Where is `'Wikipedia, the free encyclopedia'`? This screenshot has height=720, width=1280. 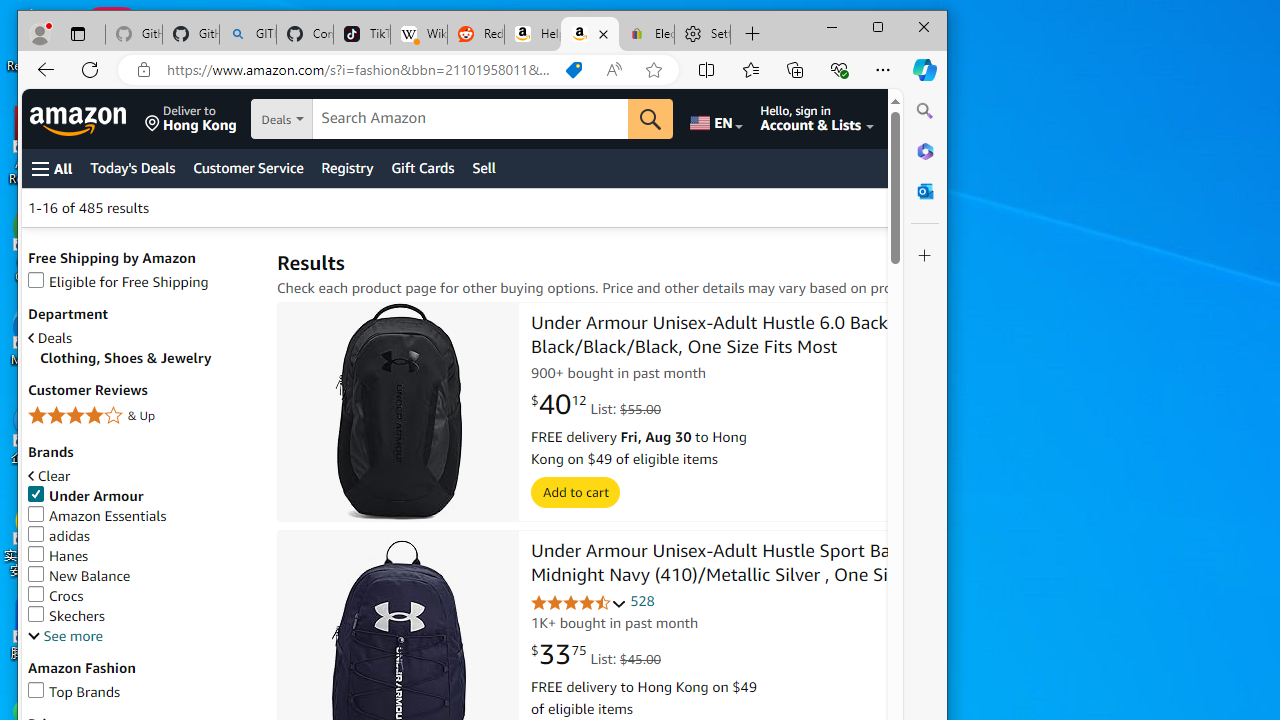 'Wikipedia, the free encyclopedia' is located at coordinates (417, 34).